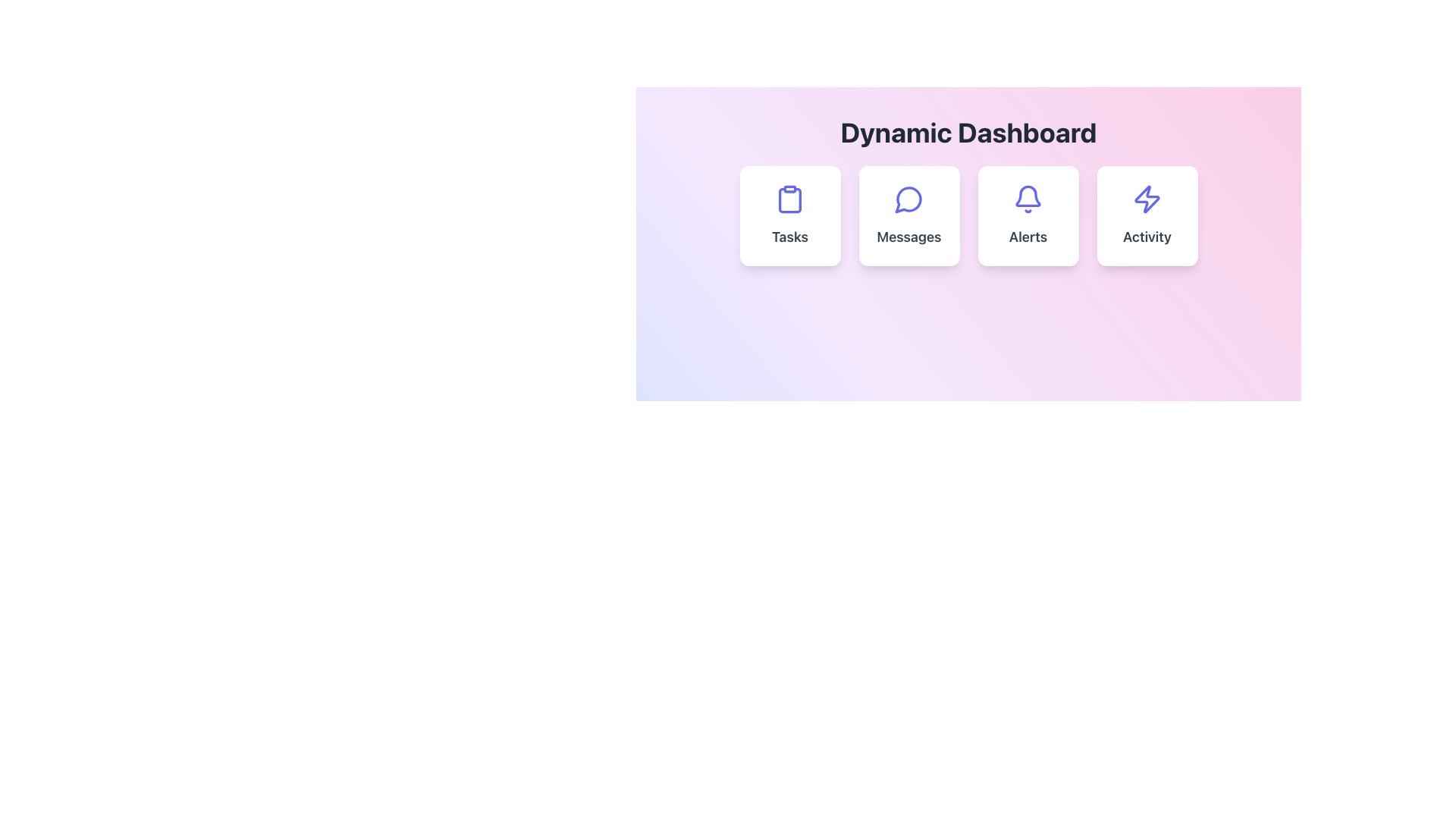 Image resolution: width=1456 pixels, height=819 pixels. I want to click on the messaging icon, which is the second element from the left in a group of four, located beneath the text 'Messages', so click(908, 199).